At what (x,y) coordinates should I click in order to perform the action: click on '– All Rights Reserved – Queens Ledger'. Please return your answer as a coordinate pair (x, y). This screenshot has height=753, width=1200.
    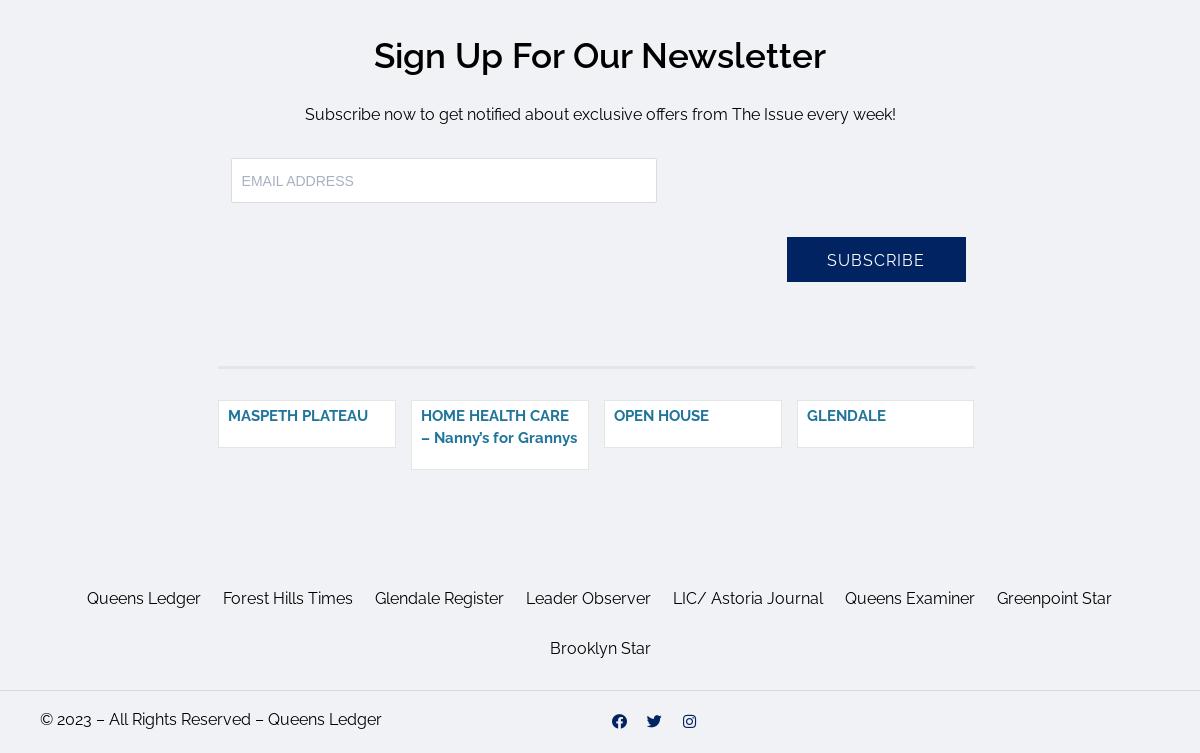
    Looking at the image, I should click on (236, 717).